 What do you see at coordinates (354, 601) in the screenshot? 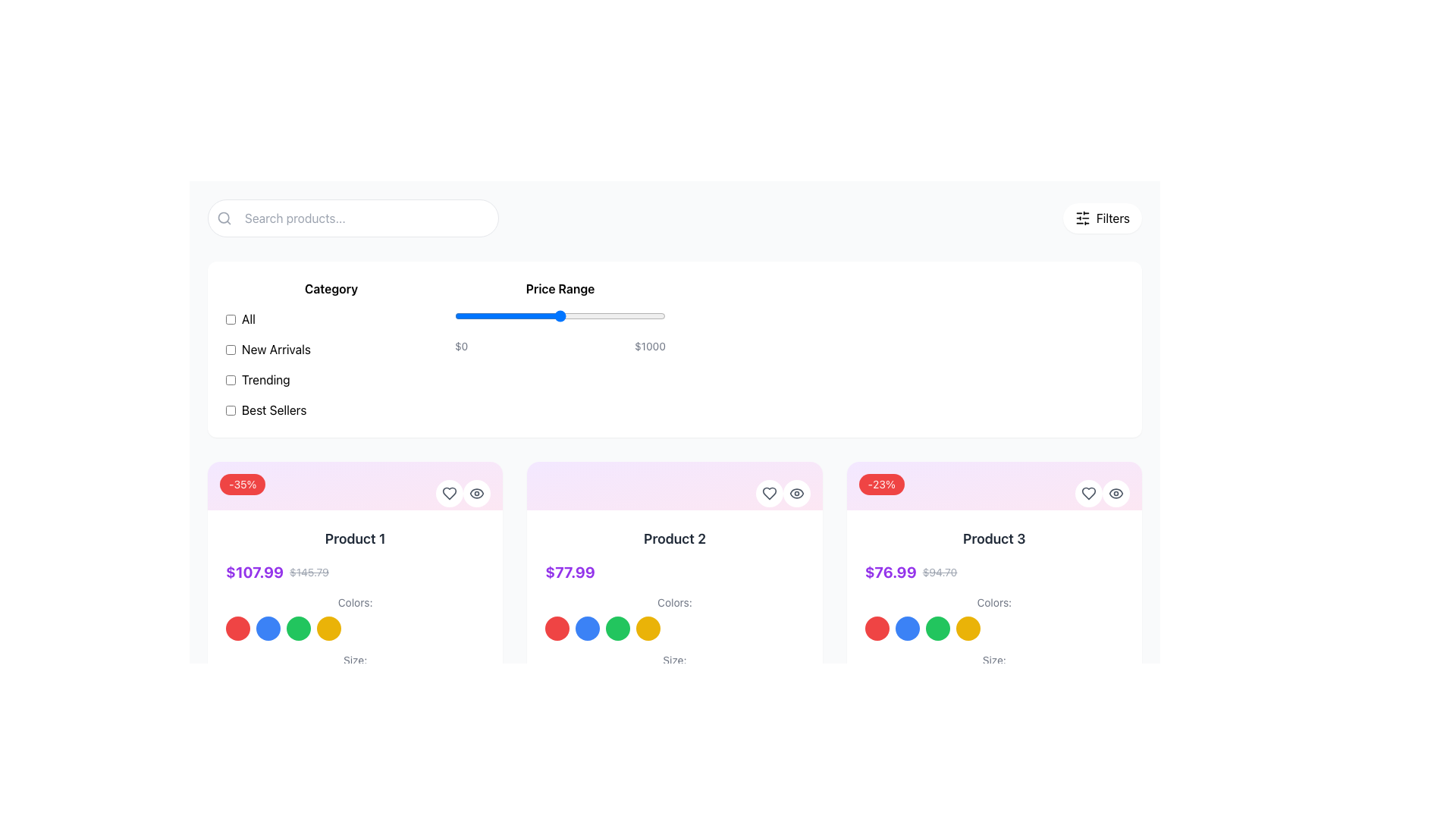
I see `the label indicating selectable color options for the product located below the product price in the first product card` at bounding box center [354, 601].